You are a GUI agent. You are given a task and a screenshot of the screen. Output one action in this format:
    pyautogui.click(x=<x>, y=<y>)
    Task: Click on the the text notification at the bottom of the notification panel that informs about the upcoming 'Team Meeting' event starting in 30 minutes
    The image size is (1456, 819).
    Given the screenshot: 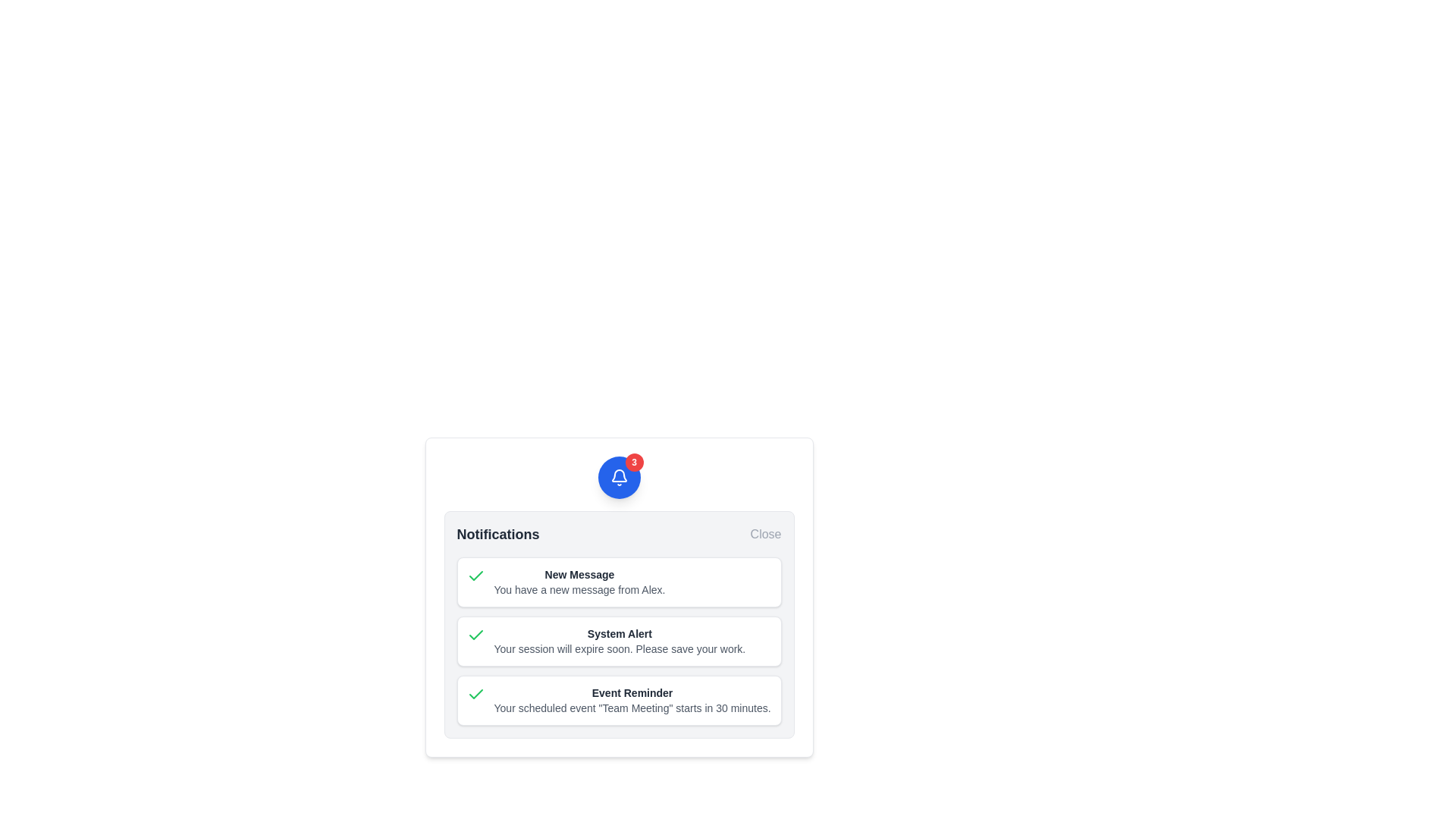 What is the action you would take?
    pyautogui.click(x=632, y=701)
    